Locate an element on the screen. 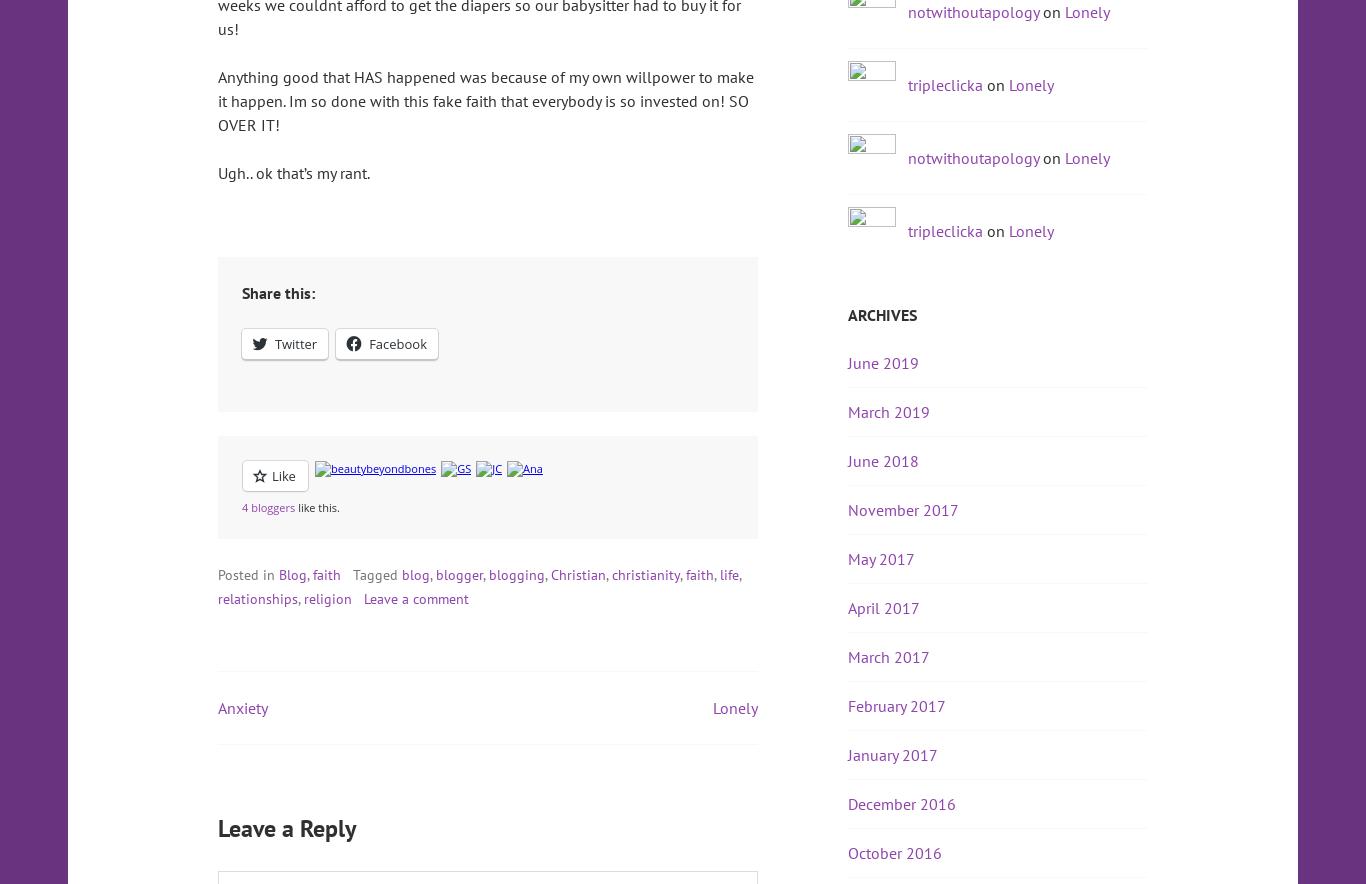 Image resolution: width=1366 pixels, height=884 pixels. 'blogging' is located at coordinates (517, 574).